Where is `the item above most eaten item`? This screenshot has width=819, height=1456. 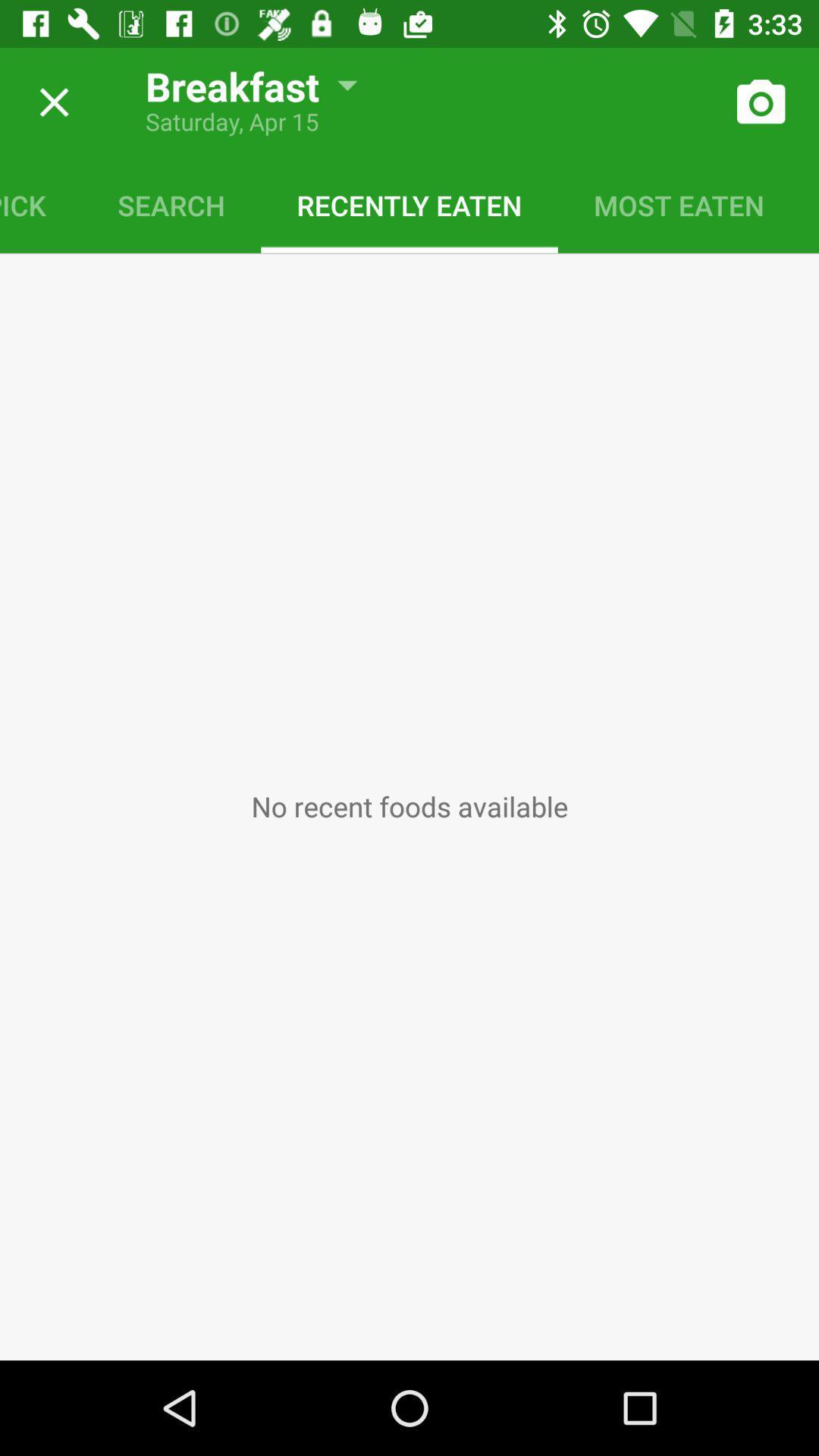 the item above most eaten item is located at coordinates (760, 102).